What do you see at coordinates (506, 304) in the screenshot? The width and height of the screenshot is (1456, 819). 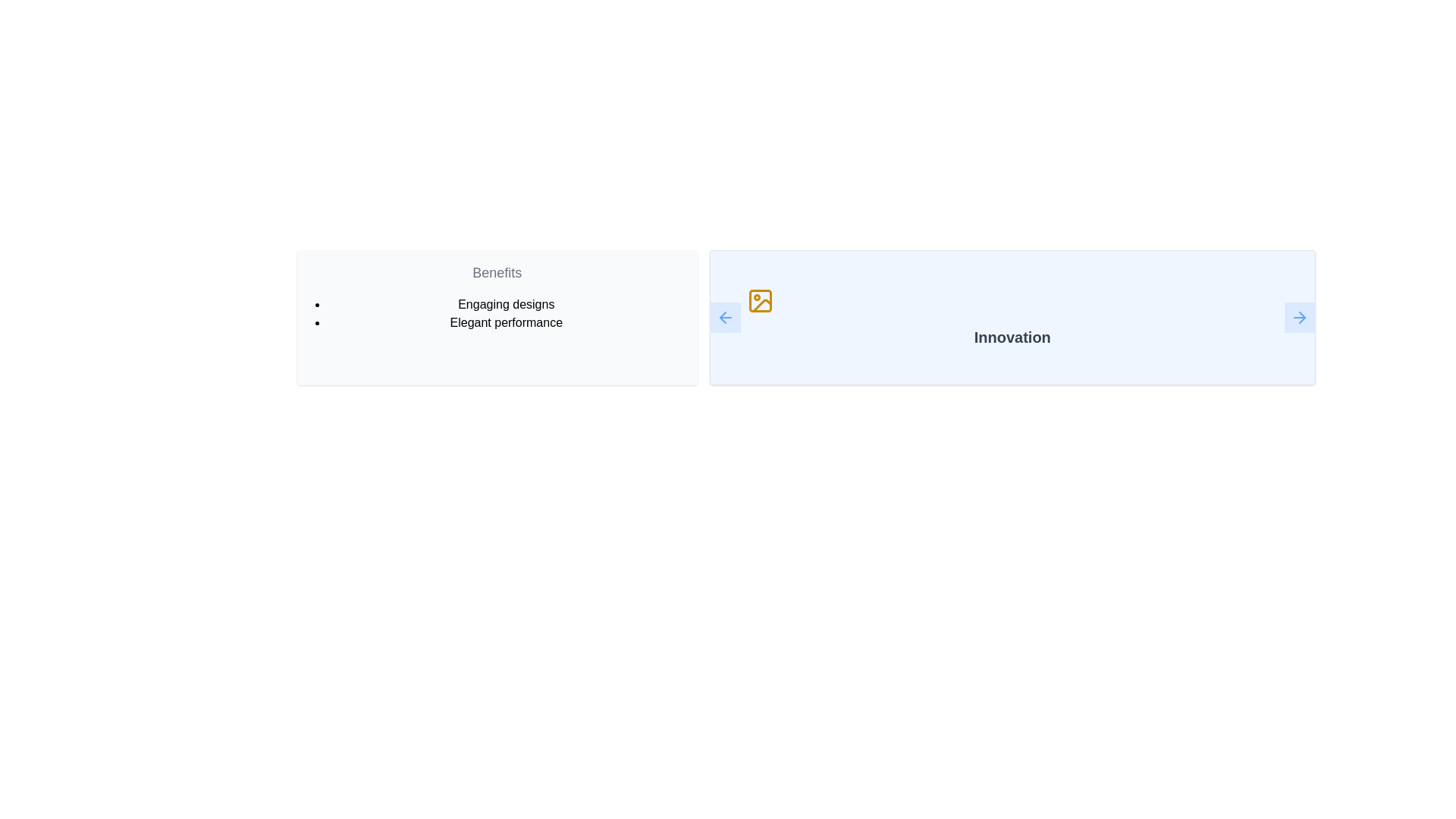 I see `the first item of the bulleted list reading 'Engaging designs' located under the header 'Benefits'` at bounding box center [506, 304].